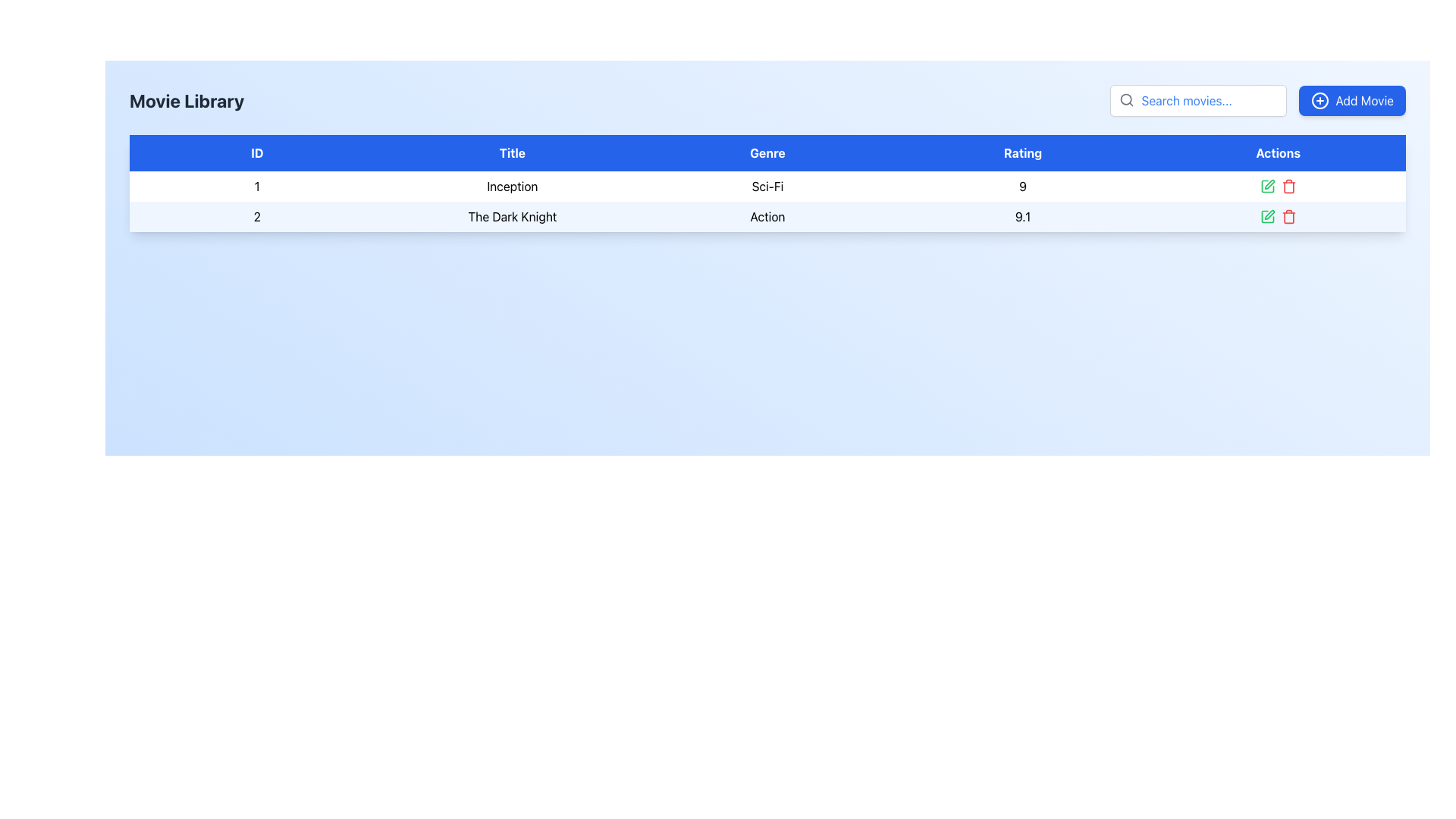 This screenshot has width=1456, height=819. I want to click on the circular icon with a plus sign in the center, located to the left of the 'Add Movie' button, to initiate the addition of a new movie, so click(1319, 100).